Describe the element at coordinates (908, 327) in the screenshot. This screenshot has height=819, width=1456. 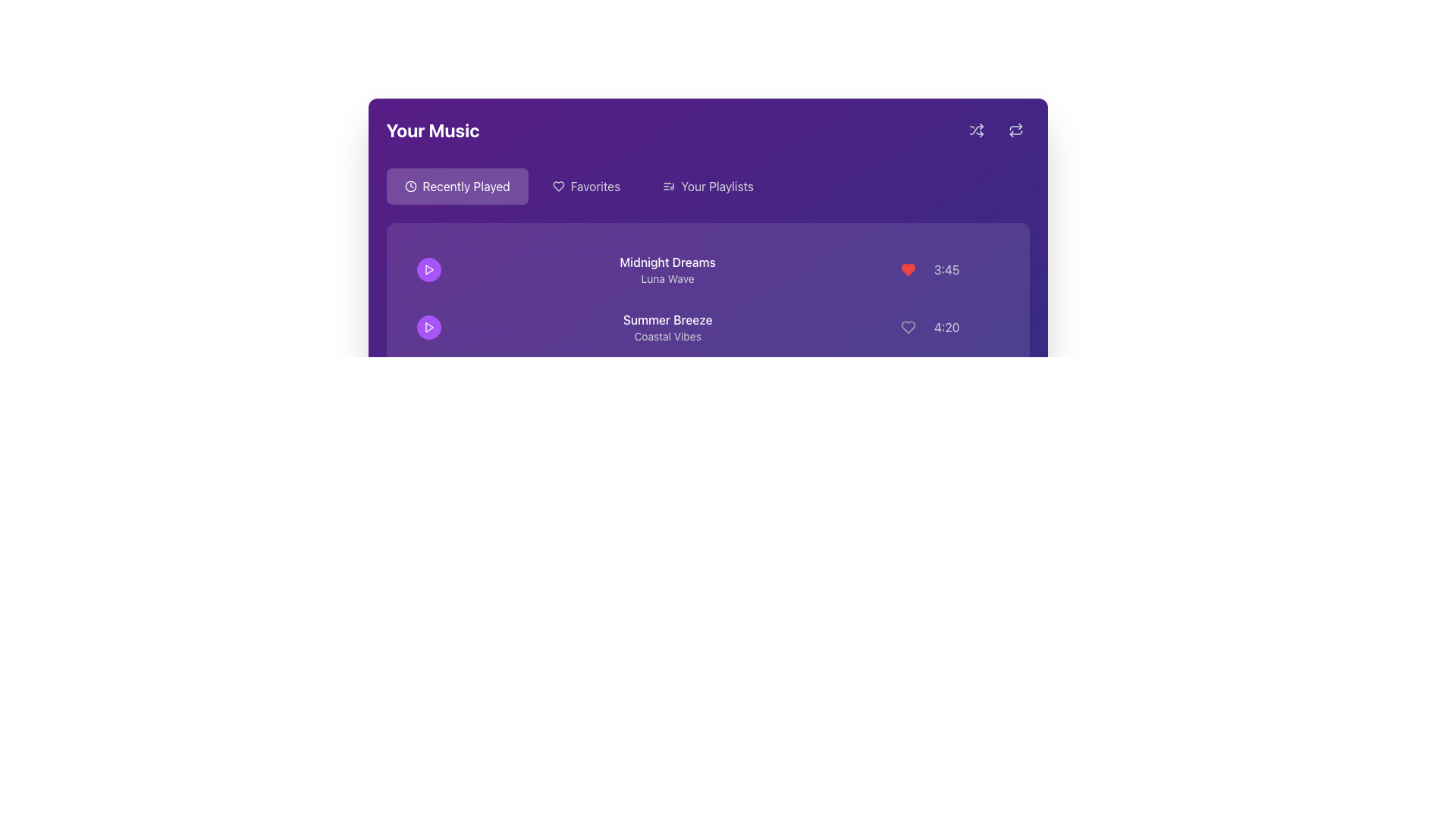
I see `the heart-shaped icon button located in the first row of the playlist interface under 'Midnight Dreams'` at that location.